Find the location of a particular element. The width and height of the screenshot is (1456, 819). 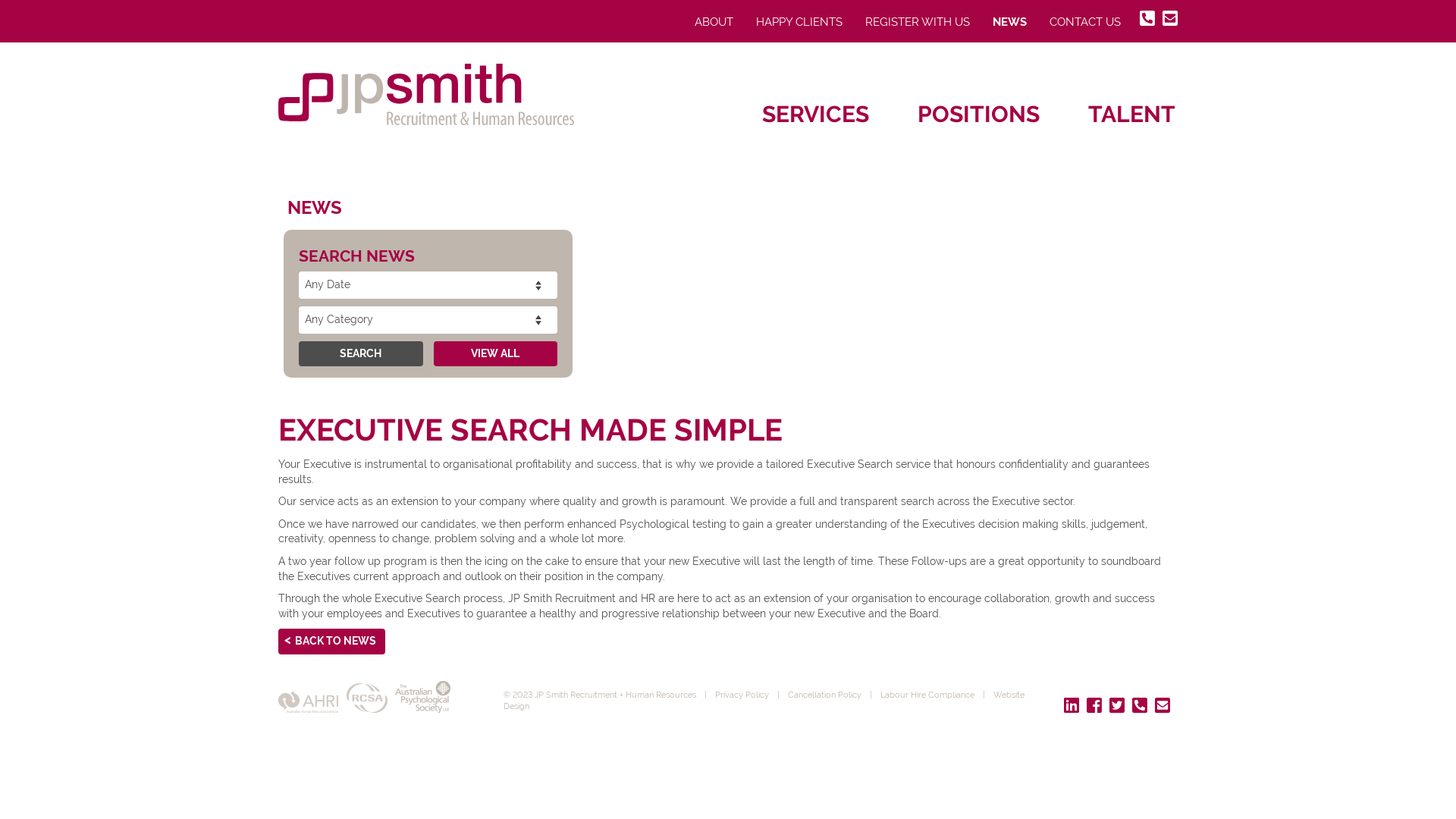

'SERVICES' is located at coordinates (739, 113).